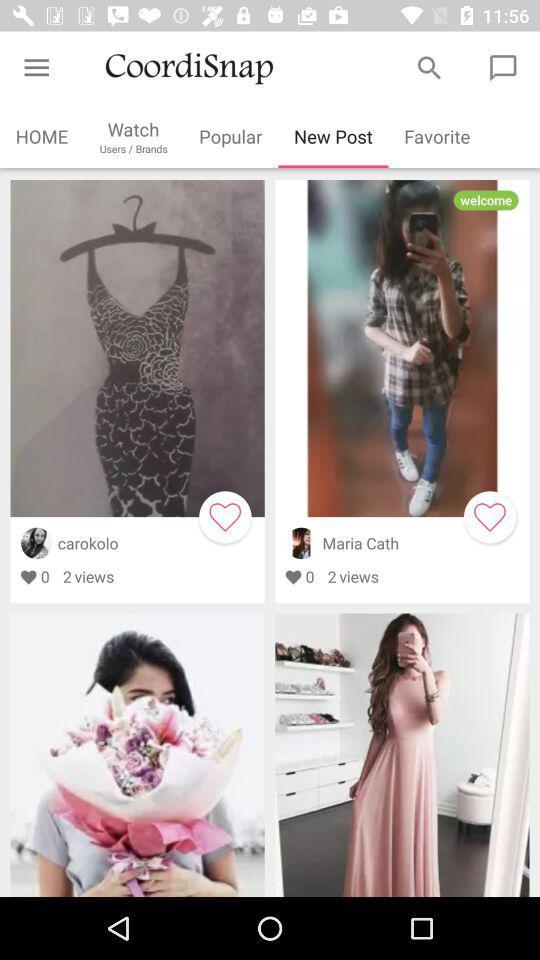  What do you see at coordinates (428, 68) in the screenshot?
I see `icon above favorite icon` at bounding box center [428, 68].